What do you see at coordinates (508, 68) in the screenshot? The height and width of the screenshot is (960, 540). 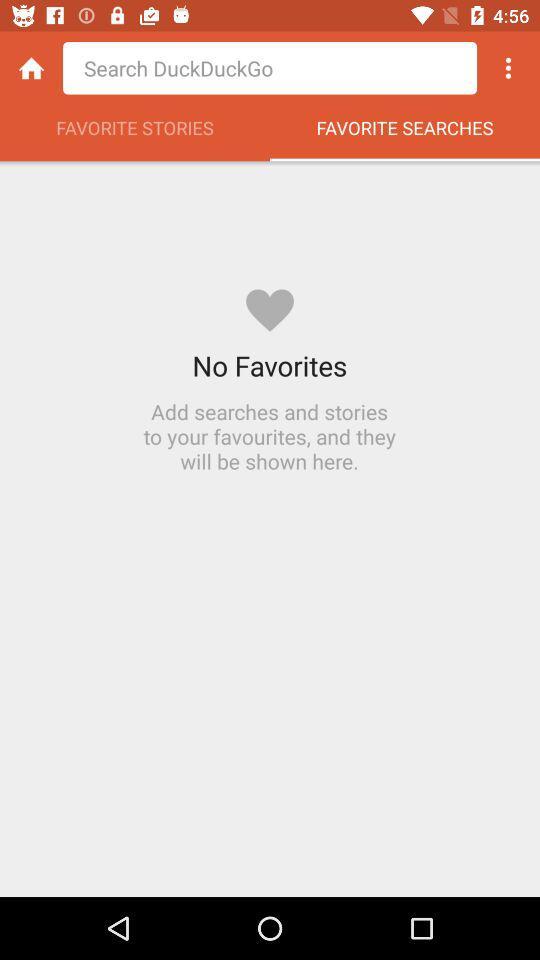 I see `more` at bounding box center [508, 68].